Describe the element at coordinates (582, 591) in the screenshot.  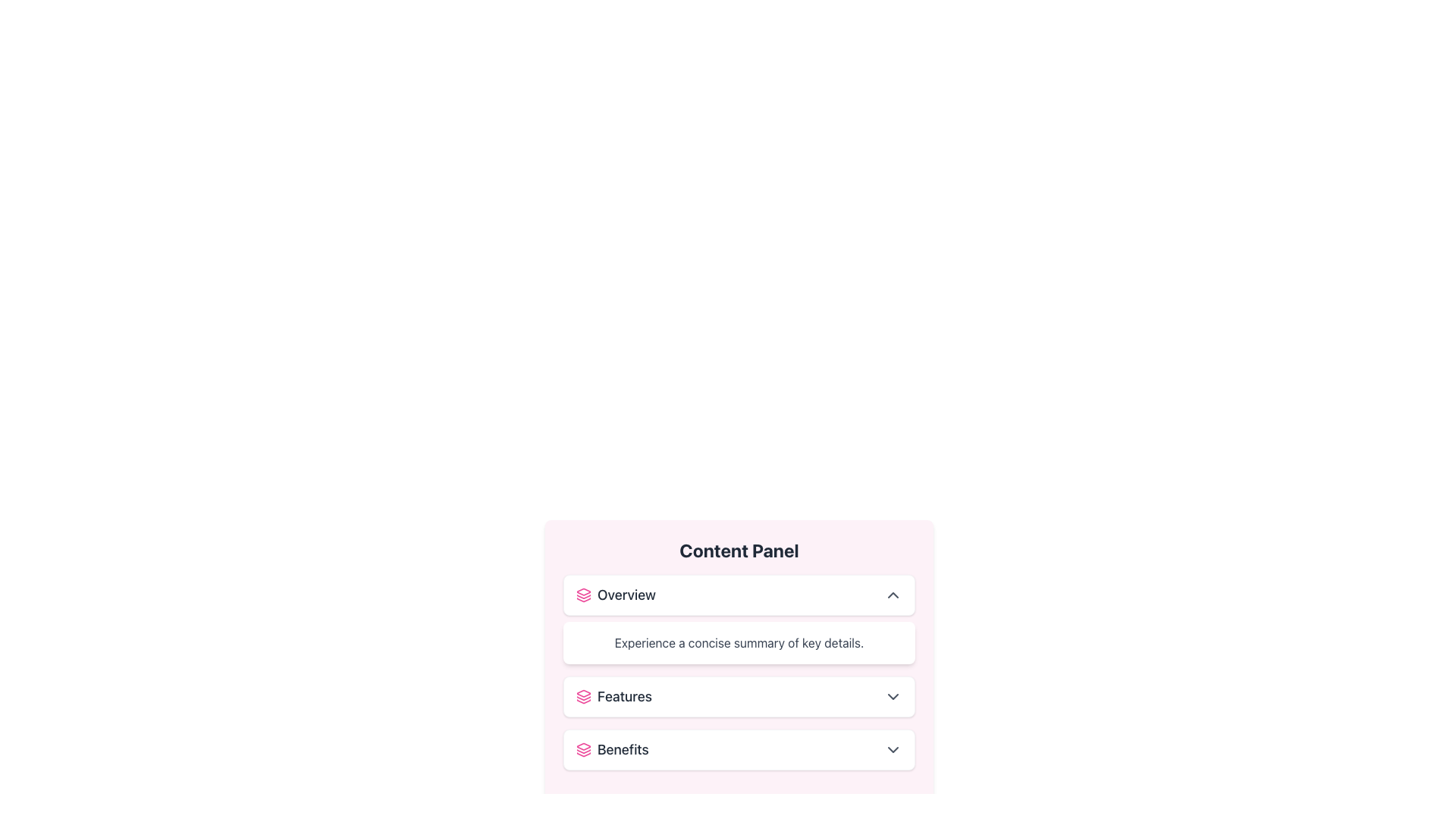
I see `the SVG-based icon representing the 'Overview' section, which is located at the topmost part of the vertical list in the panel` at that location.